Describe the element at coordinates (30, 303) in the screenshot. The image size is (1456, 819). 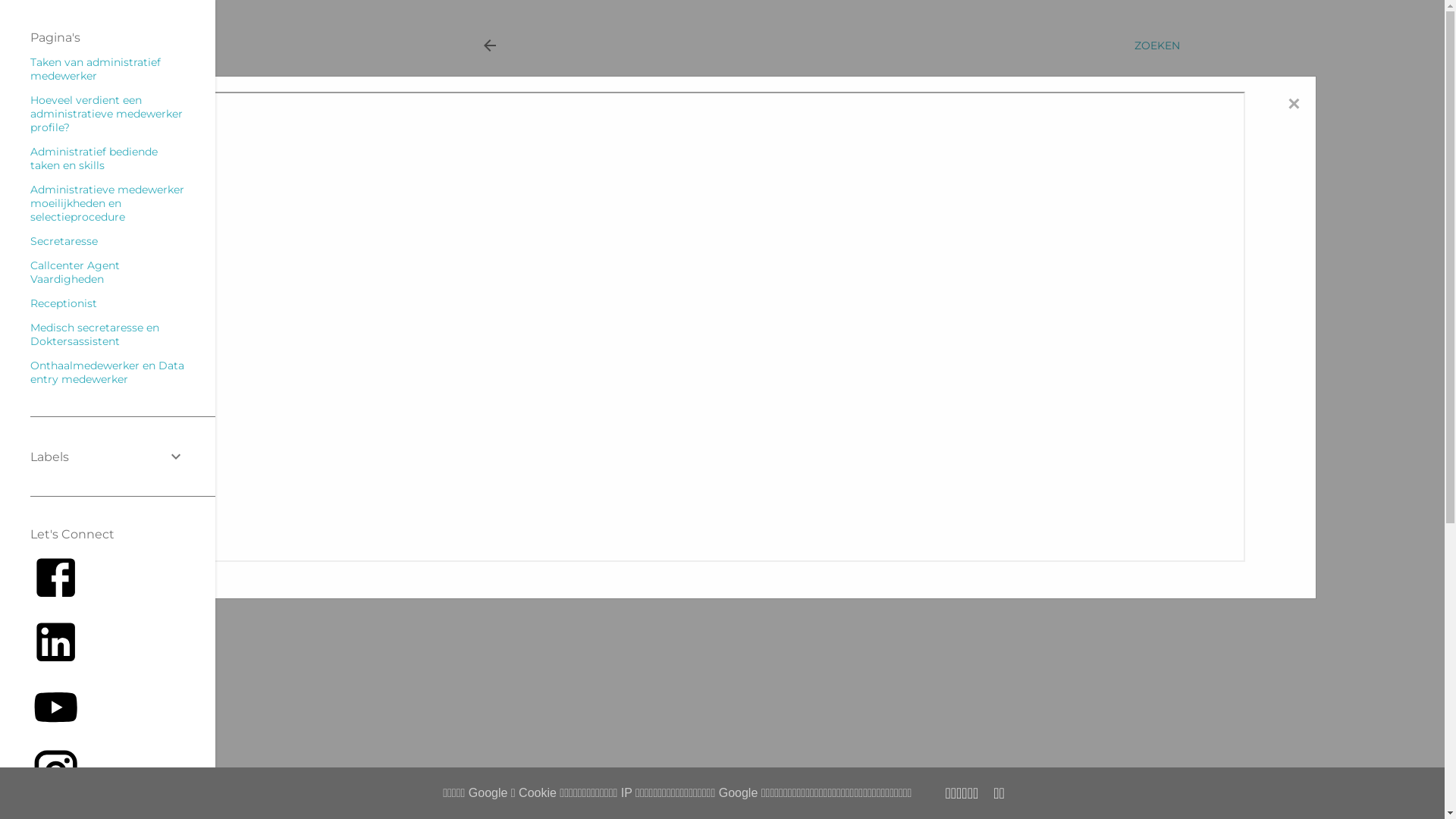
I see `'Receptionist'` at that location.